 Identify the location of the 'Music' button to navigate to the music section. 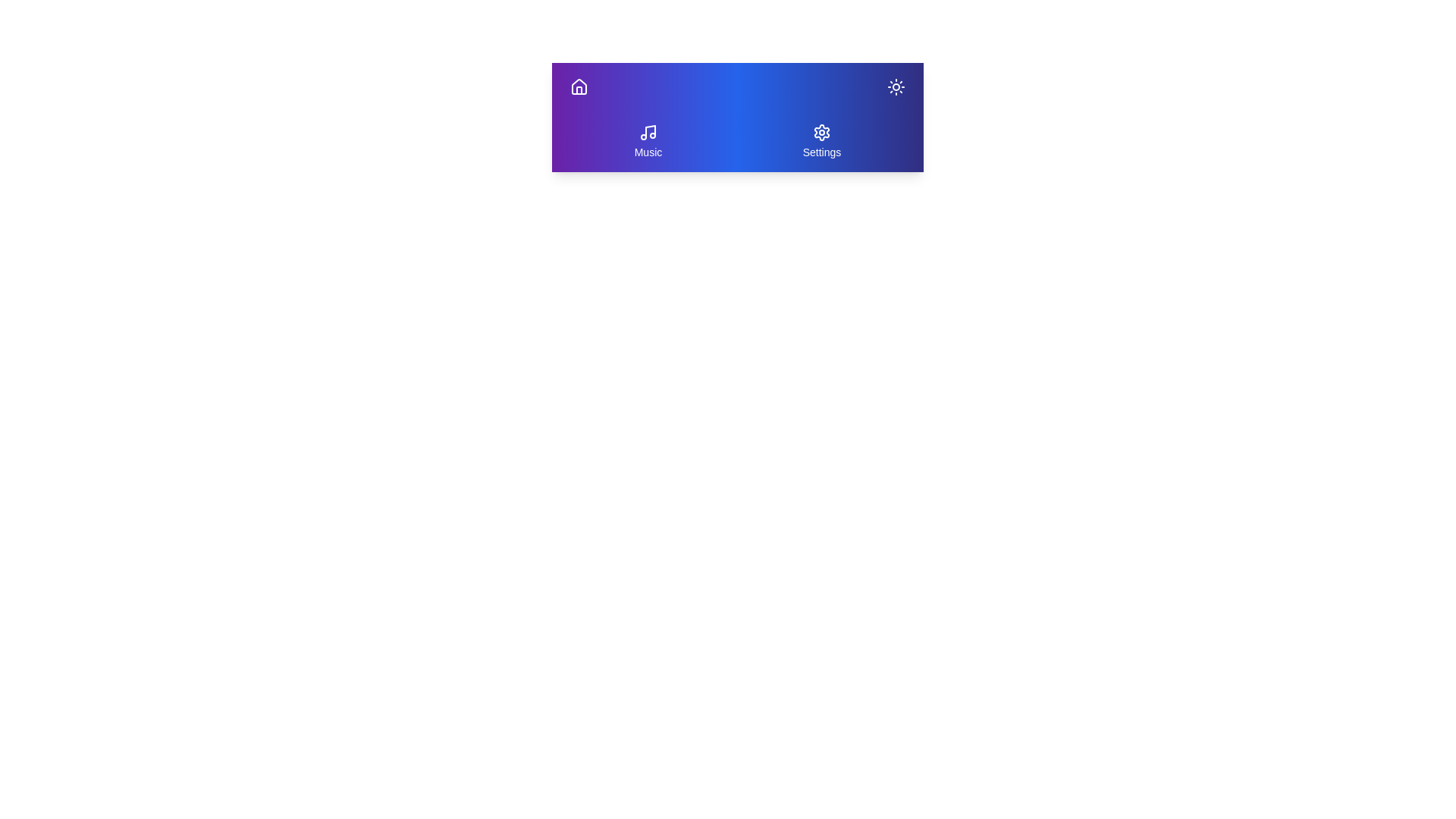
(648, 141).